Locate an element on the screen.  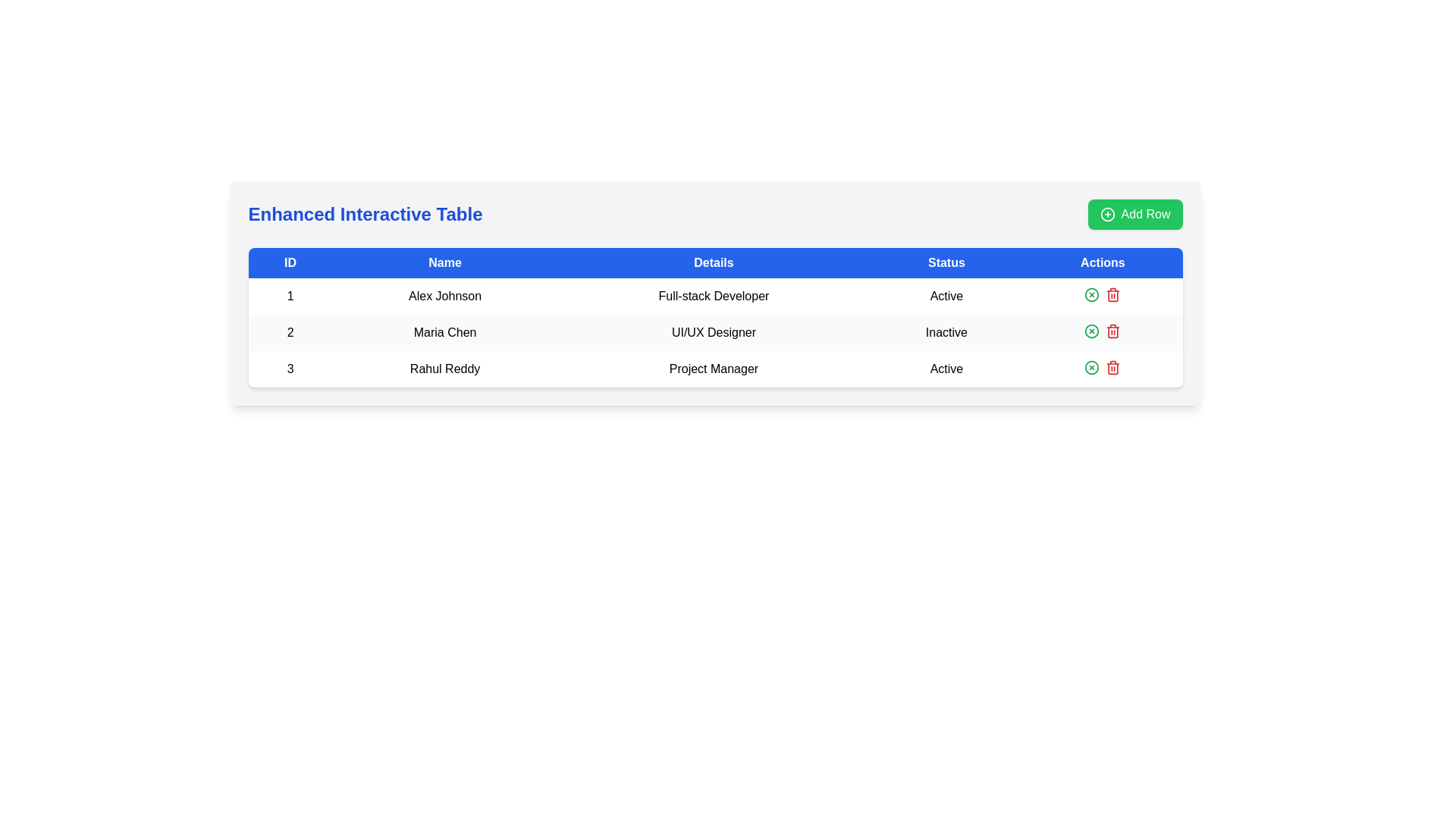
the circular vector graphic within the 'Add Row' button, which features a green stroke color and a plus symbol, located at the top-right corner of the data table is located at coordinates (1107, 214).